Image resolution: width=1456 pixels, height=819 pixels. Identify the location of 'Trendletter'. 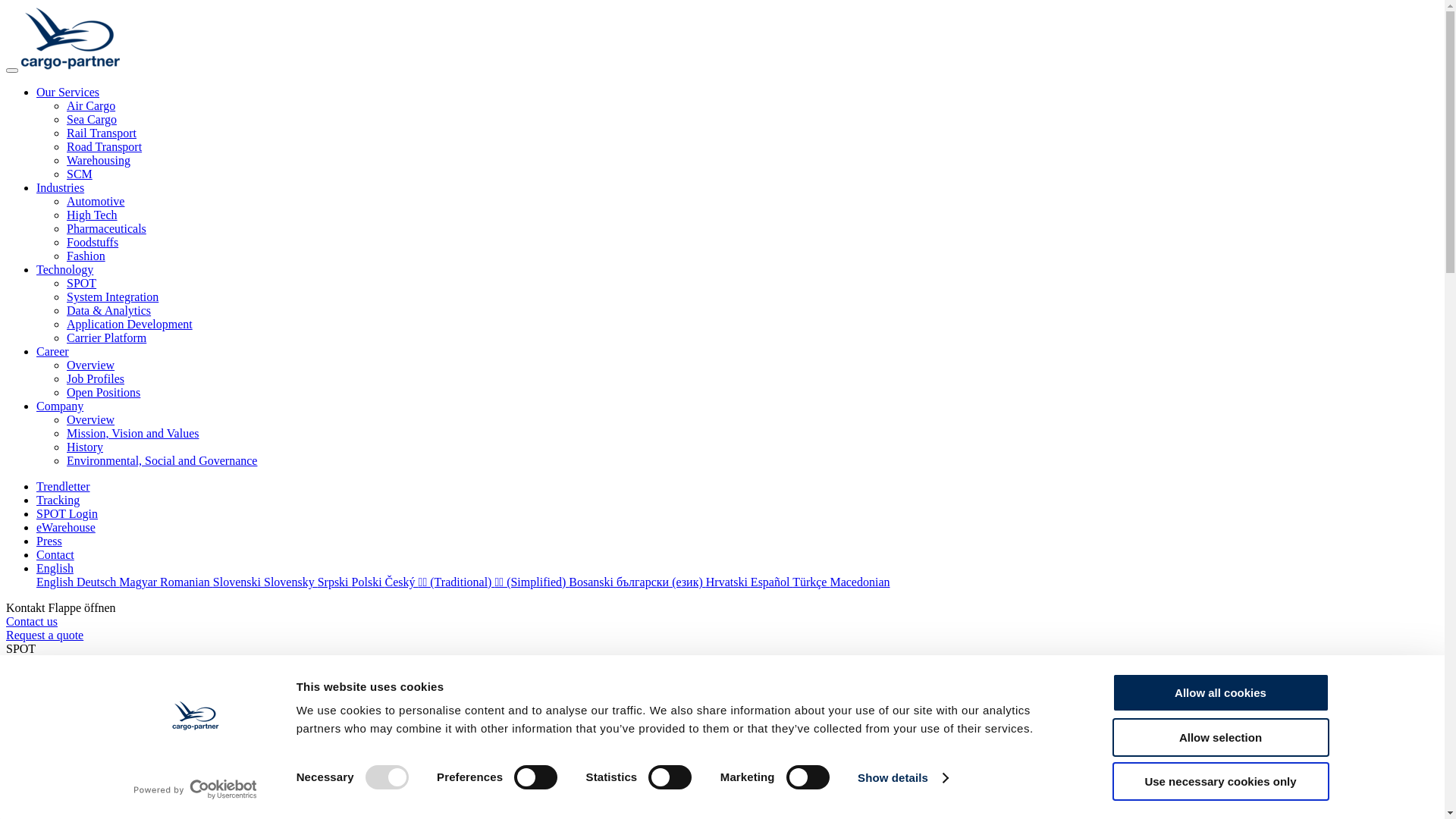
(62, 486).